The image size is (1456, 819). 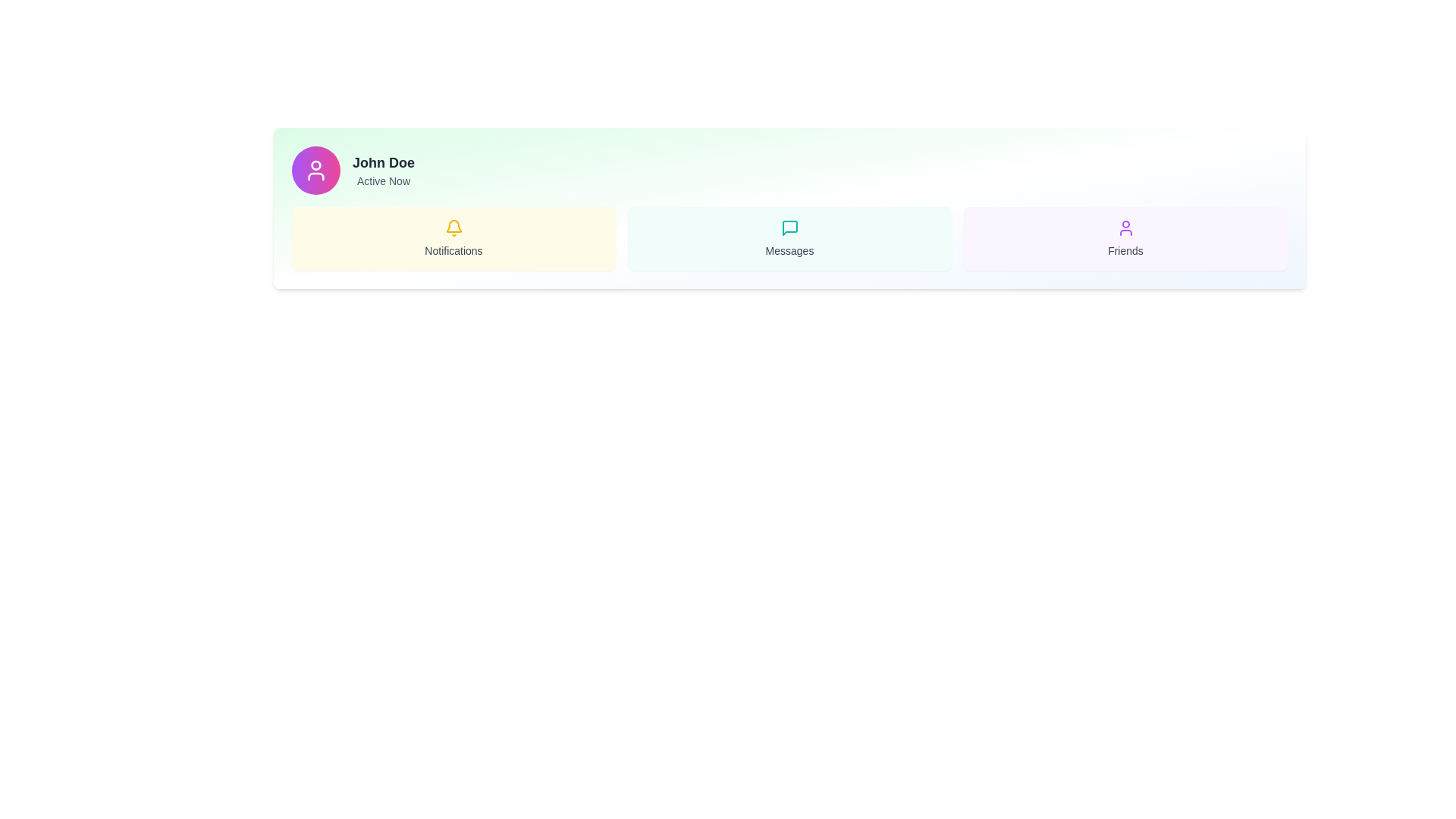 I want to click on the small circular SVG element that is part of the user profile icon located at the top-right section of the user interface, so click(x=315, y=165).